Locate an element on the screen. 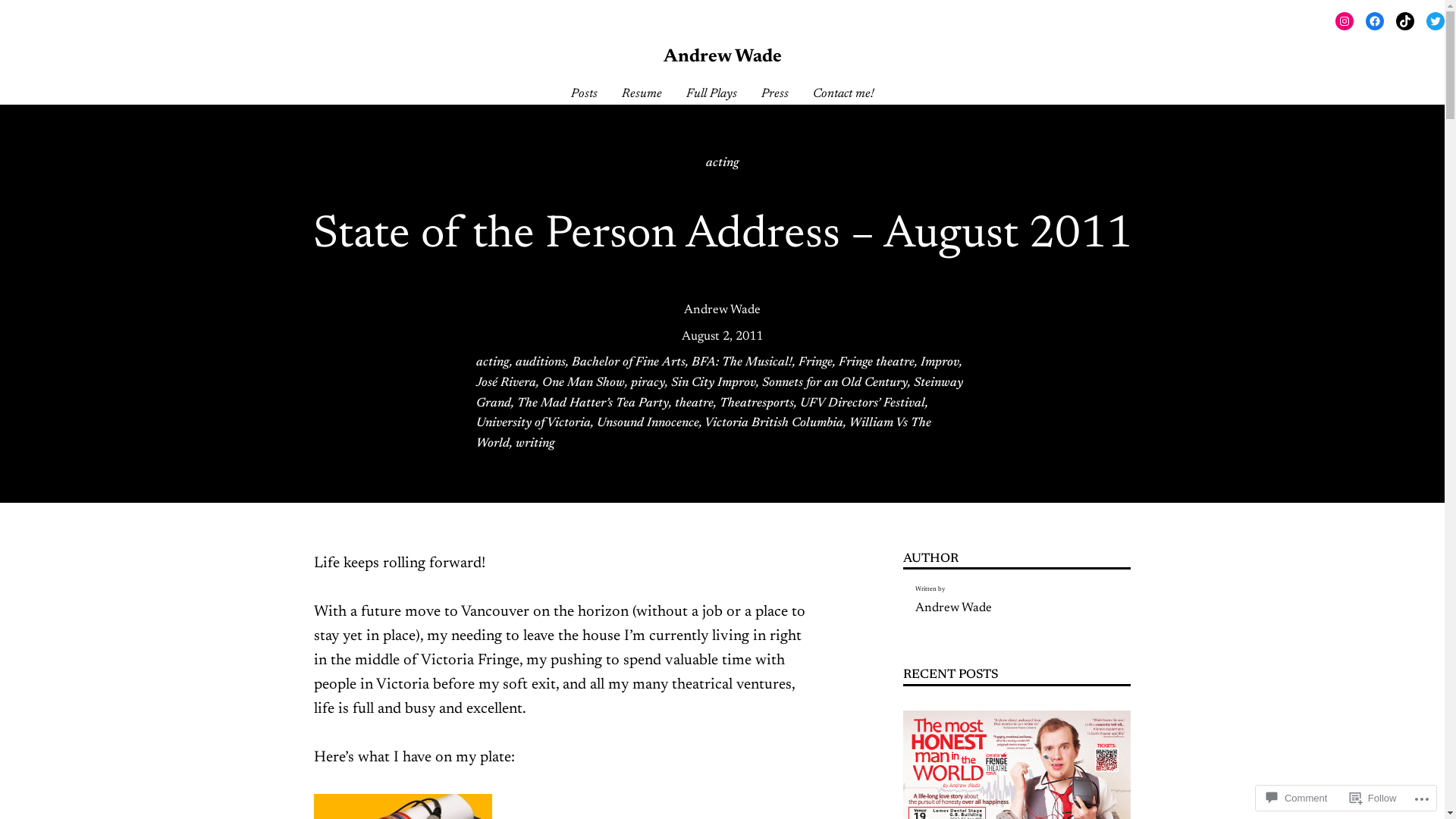  'One Man Show' is located at coordinates (582, 382).